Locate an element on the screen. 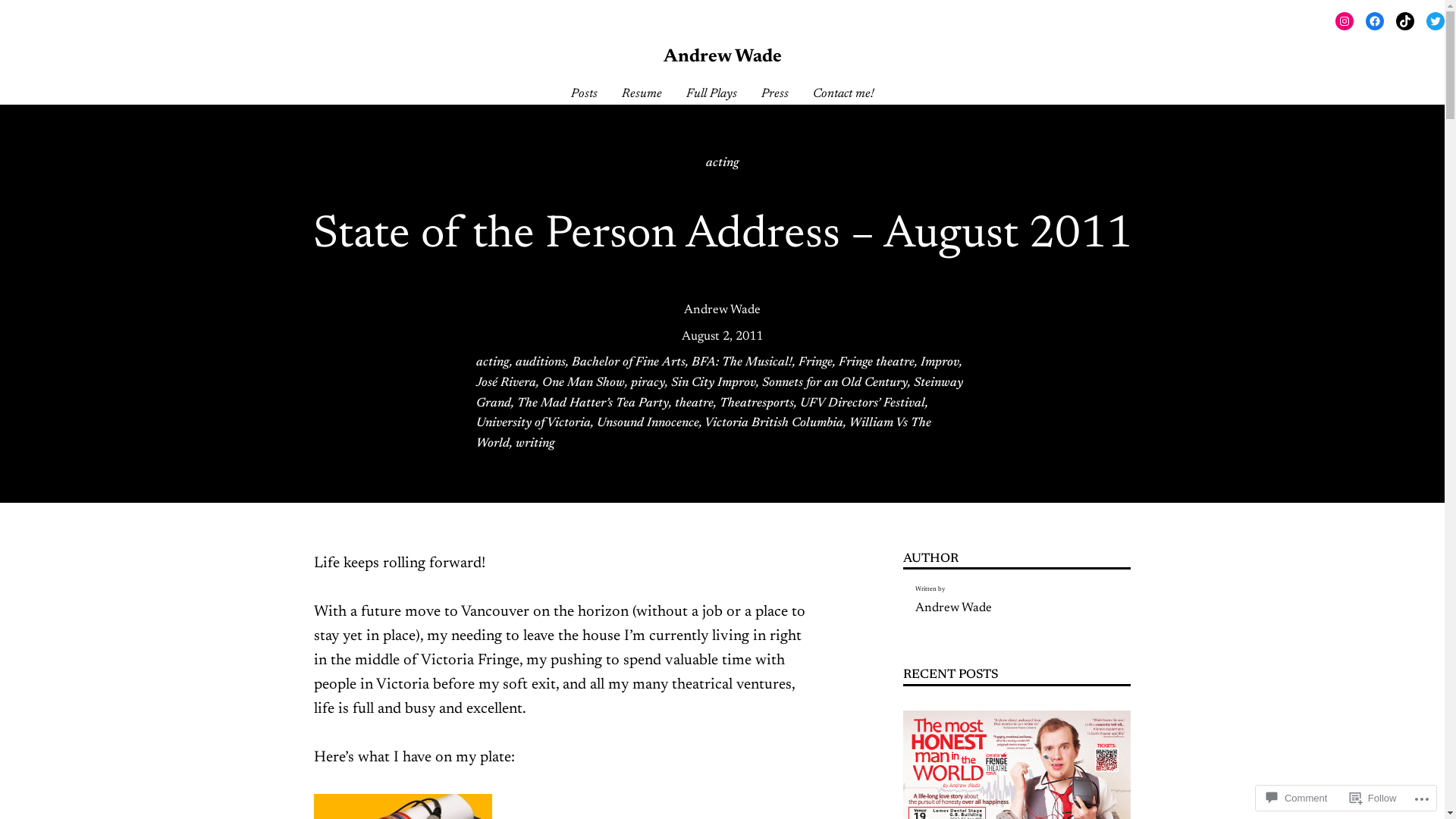  'One Man Show' is located at coordinates (582, 382).